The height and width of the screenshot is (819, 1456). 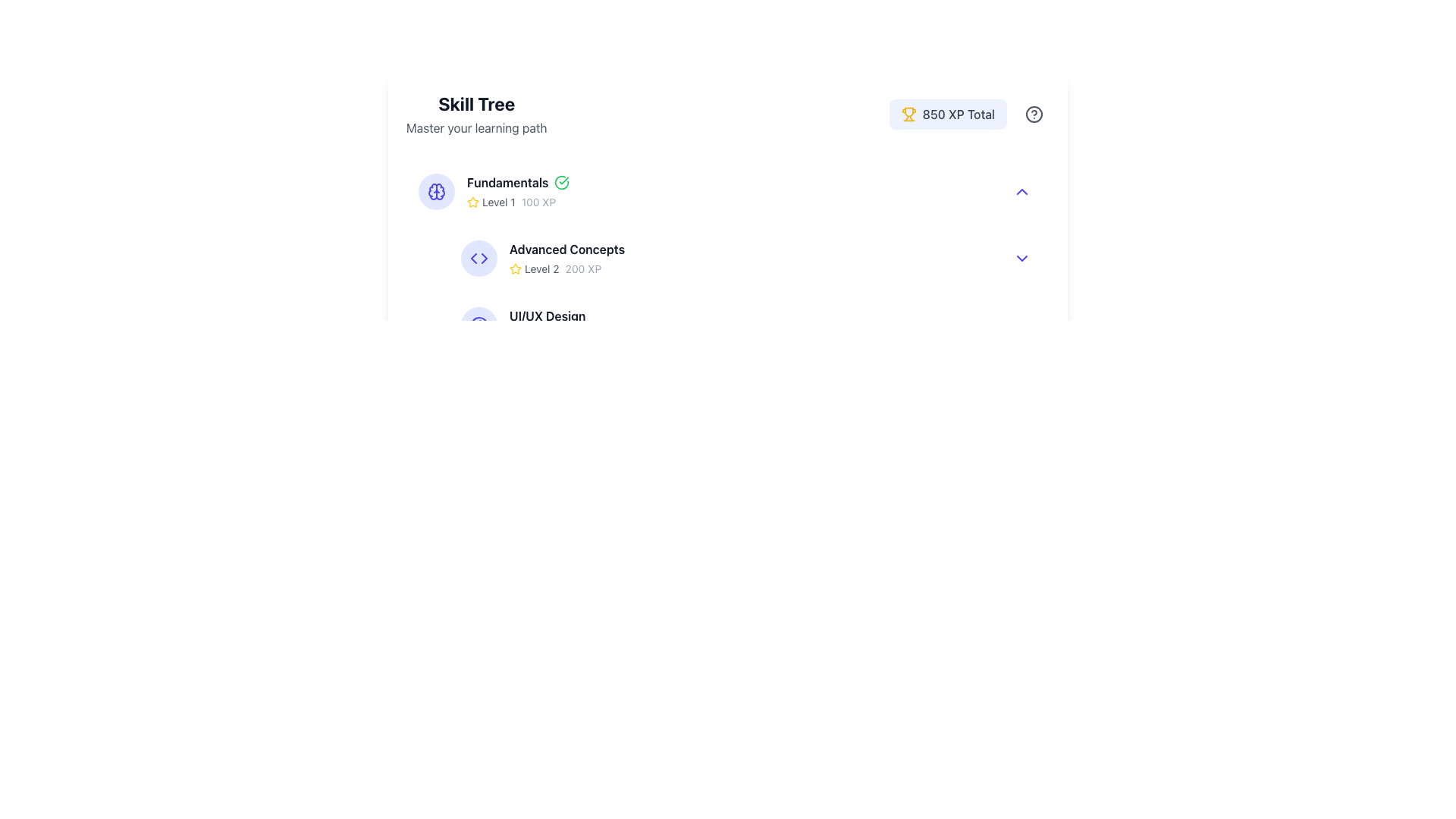 What do you see at coordinates (472, 201) in the screenshot?
I see `the achievement icon that signifies 'Level 1', which is centrally aligned near the top of the subsection labeled 'Fundamentals'` at bounding box center [472, 201].